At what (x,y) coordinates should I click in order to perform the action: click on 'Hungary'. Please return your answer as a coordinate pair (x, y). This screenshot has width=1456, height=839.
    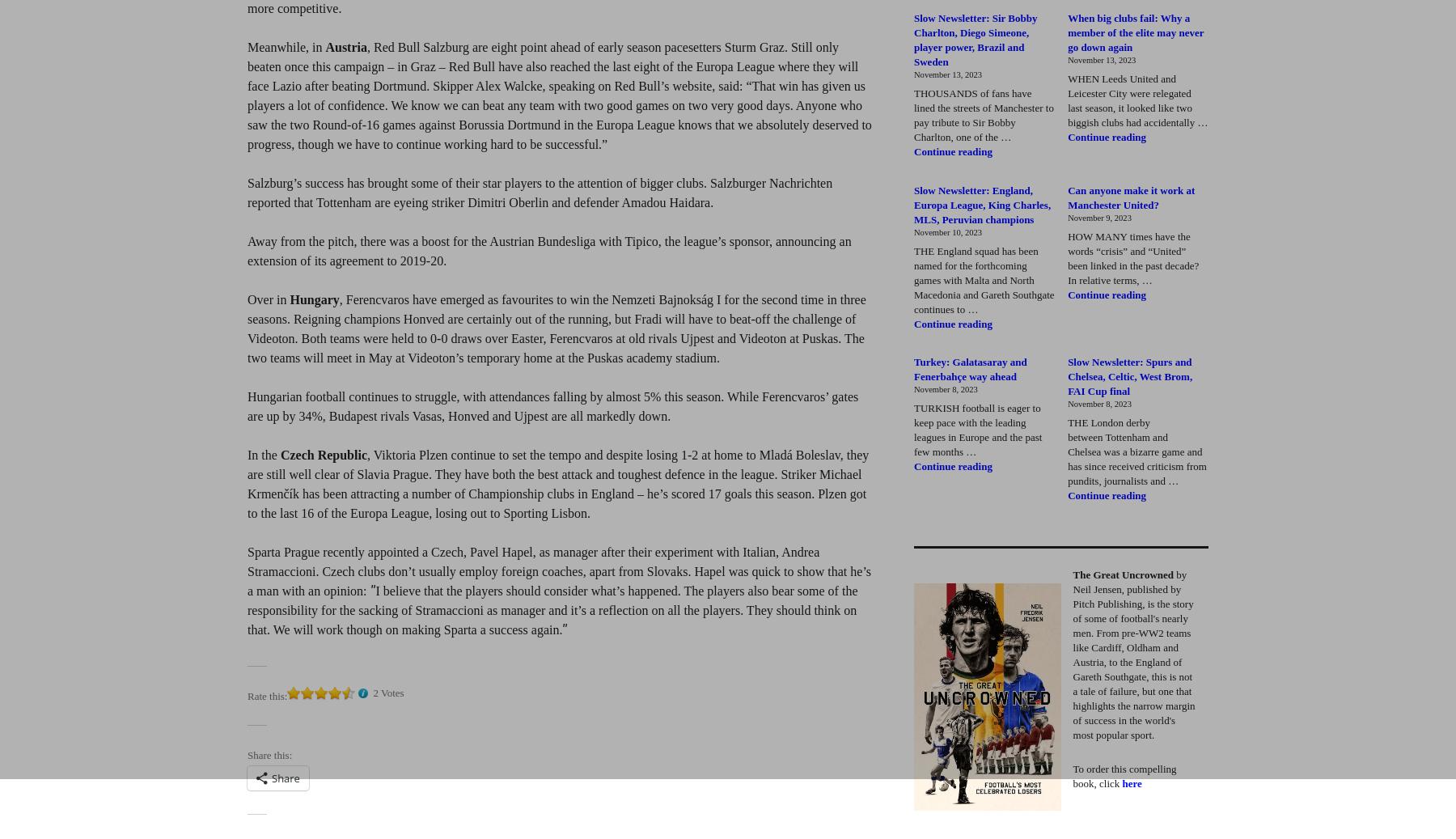
    Looking at the image, I should click on (314, 299).